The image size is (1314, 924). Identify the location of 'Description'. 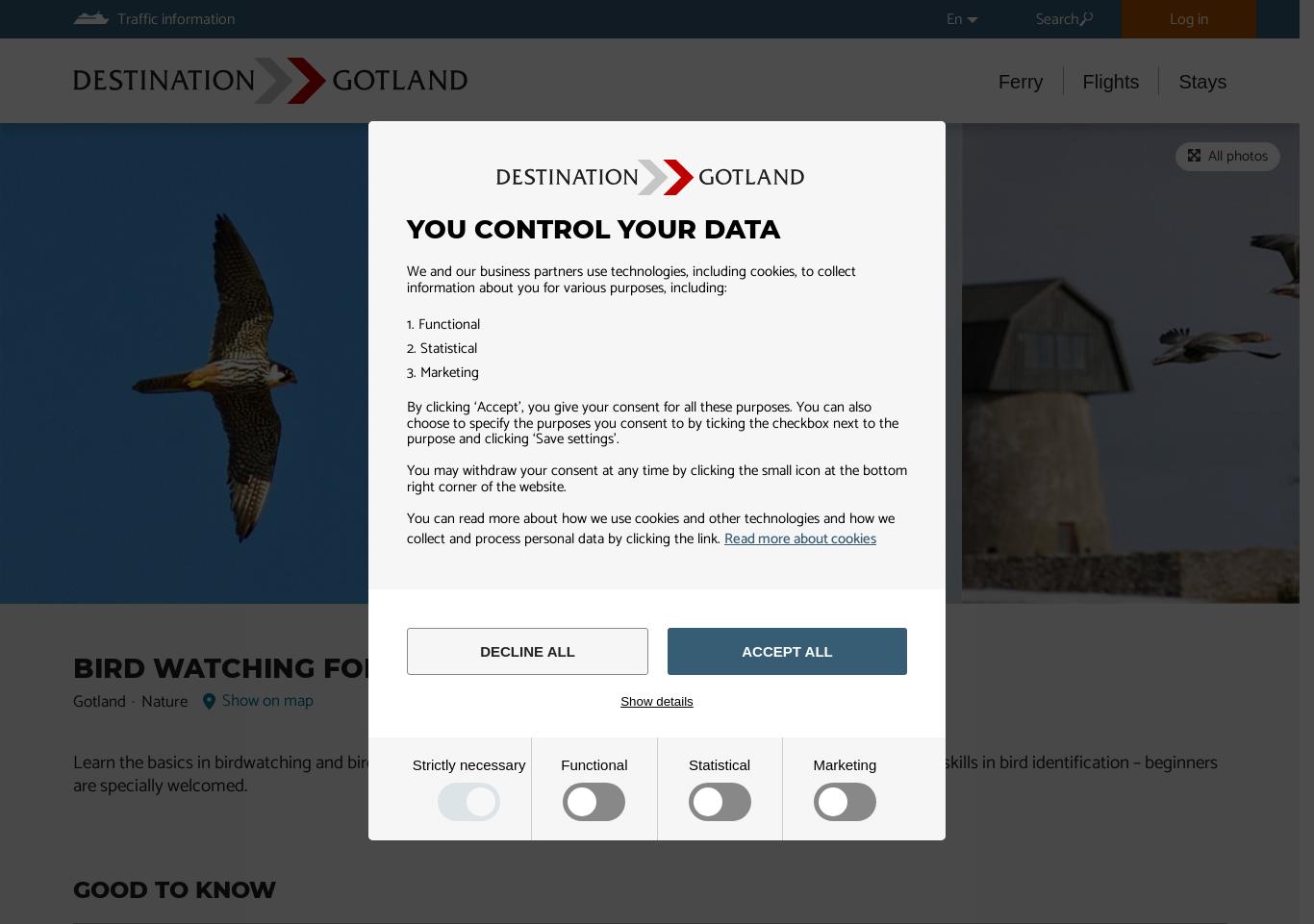
(368, 150).